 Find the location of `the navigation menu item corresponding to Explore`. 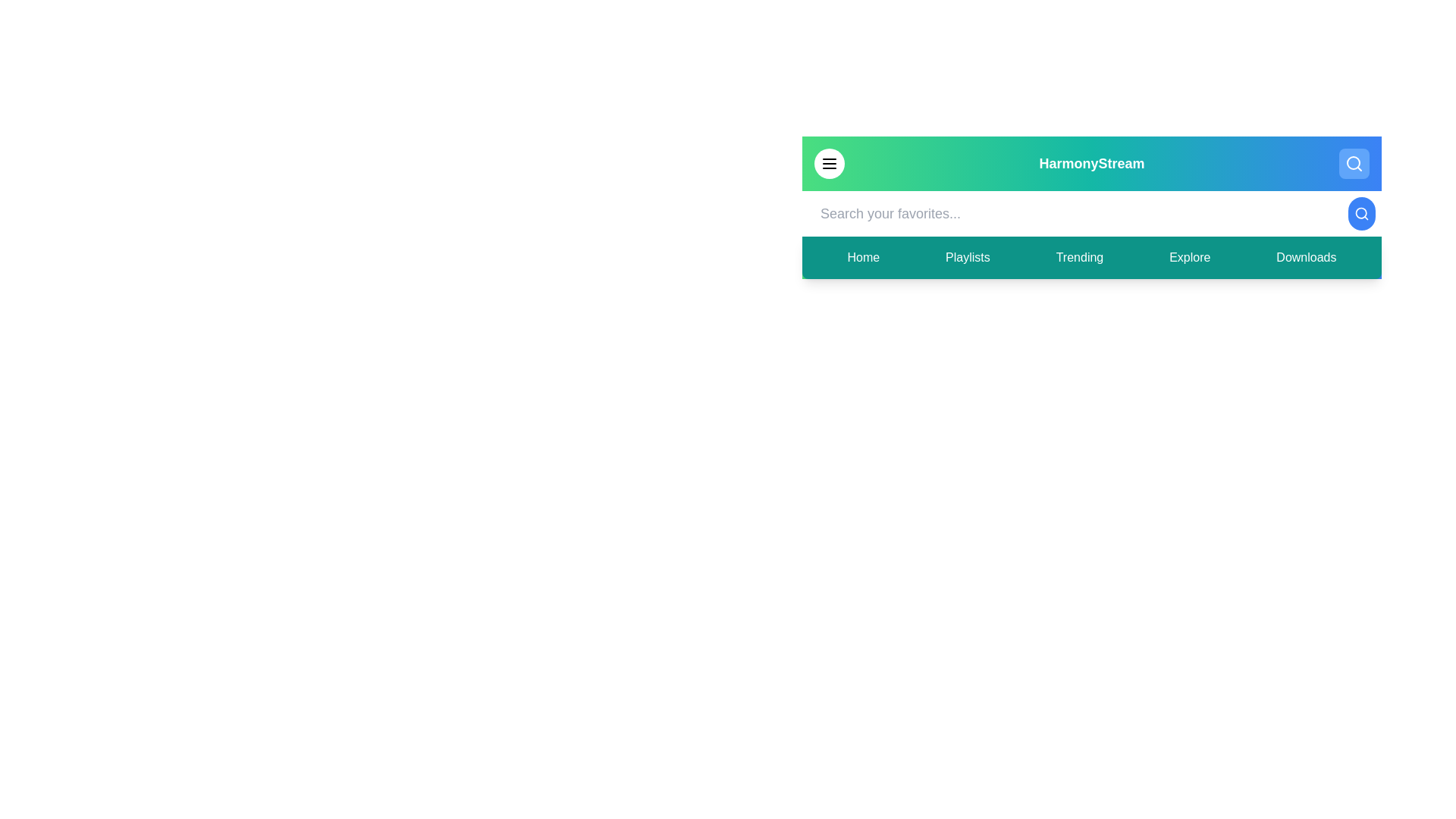

the navigation menu item corresponding to Explore is located at coordinates (1189, 256).